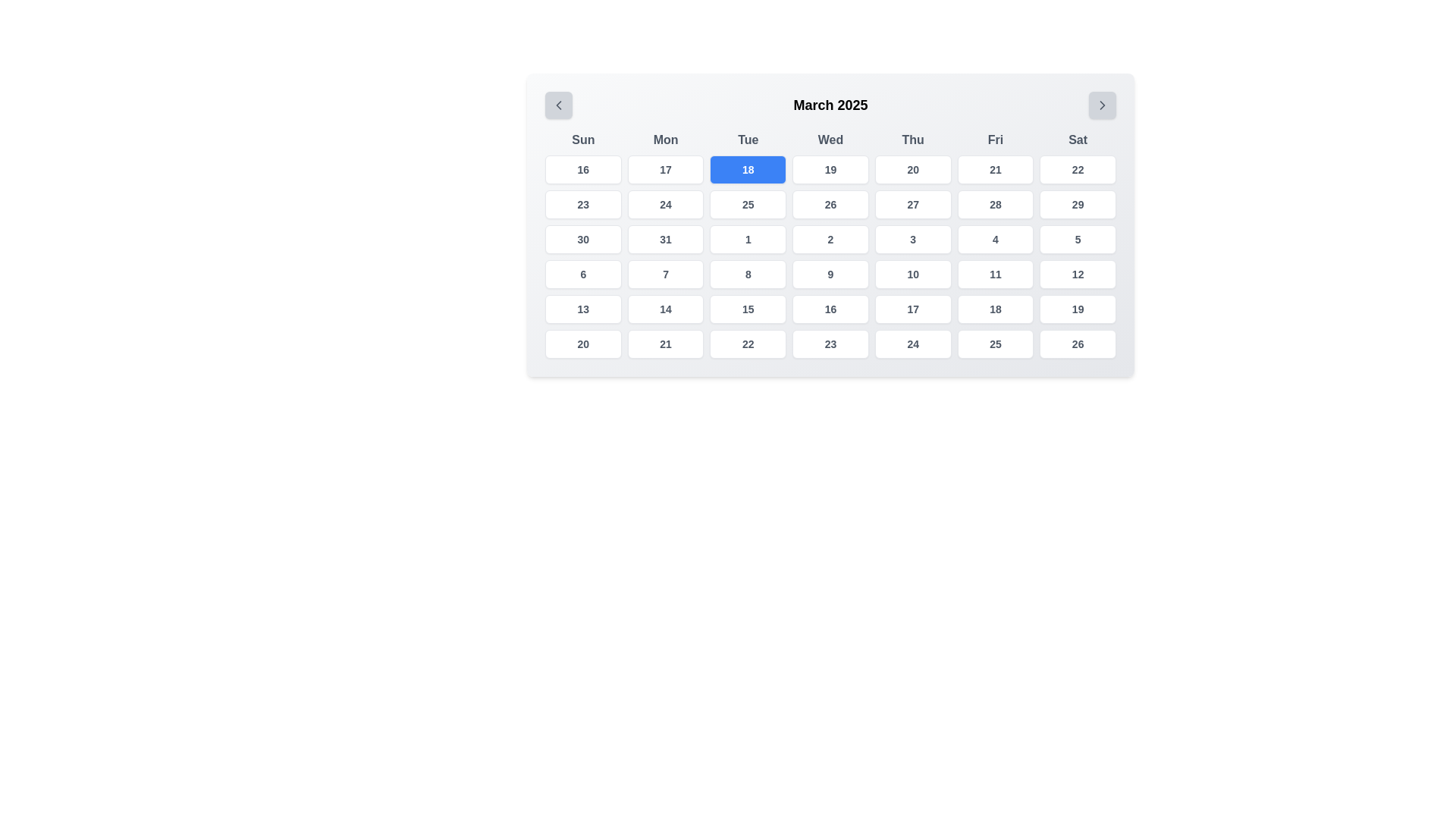  What do you see at coordinates (666, 239) in the screenshot?
I see `the calendar button displaying the date '31', located in the sixth row and third column of the calendar grid` at bounding box center [666, 239].